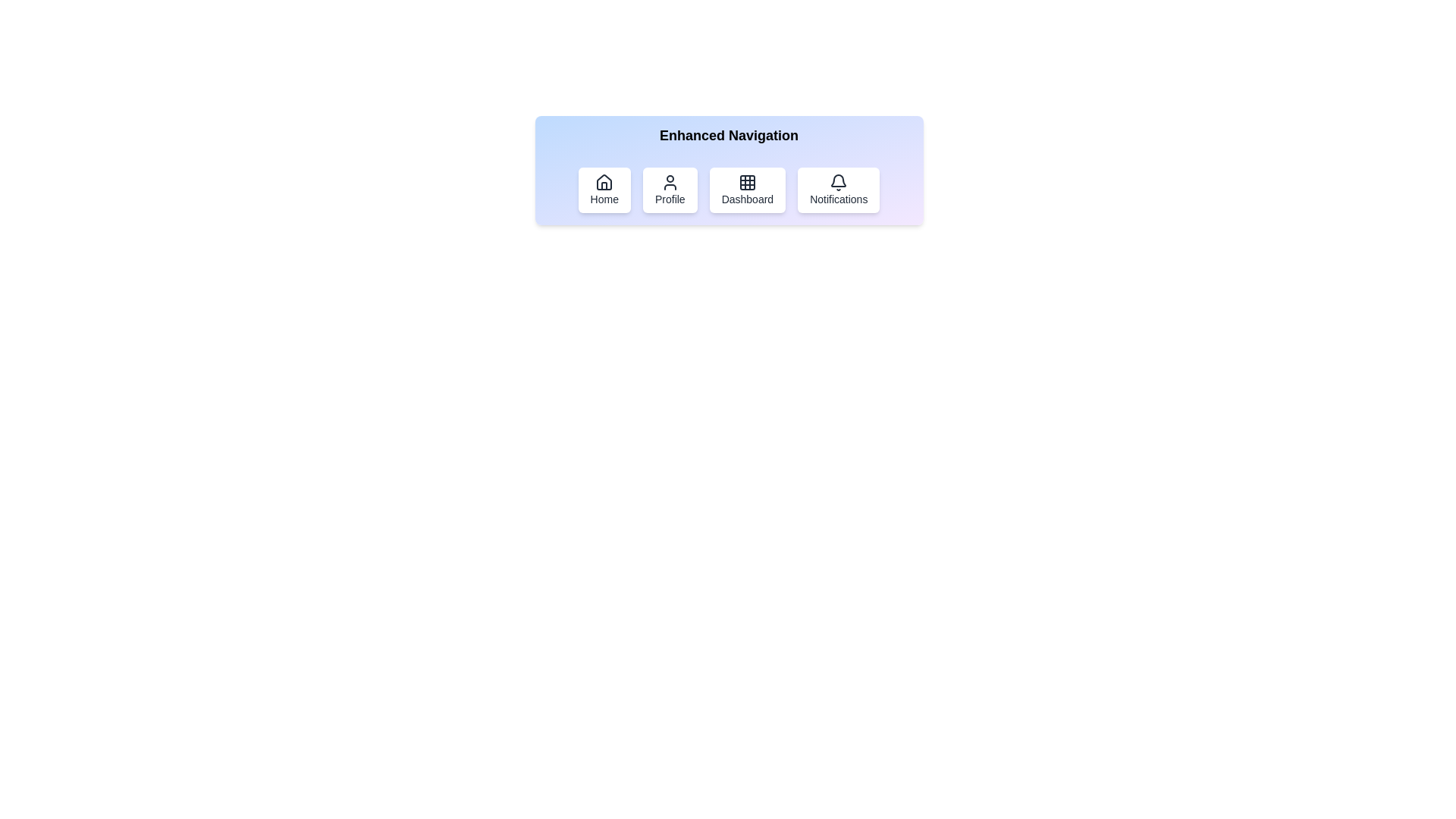 The height and width of the screenshot is (819, 1456). I want to click on the 'Profile' button, which is a rounded rectangle with a user icon and the label 'Profile' beneath it, so click(669, 189).